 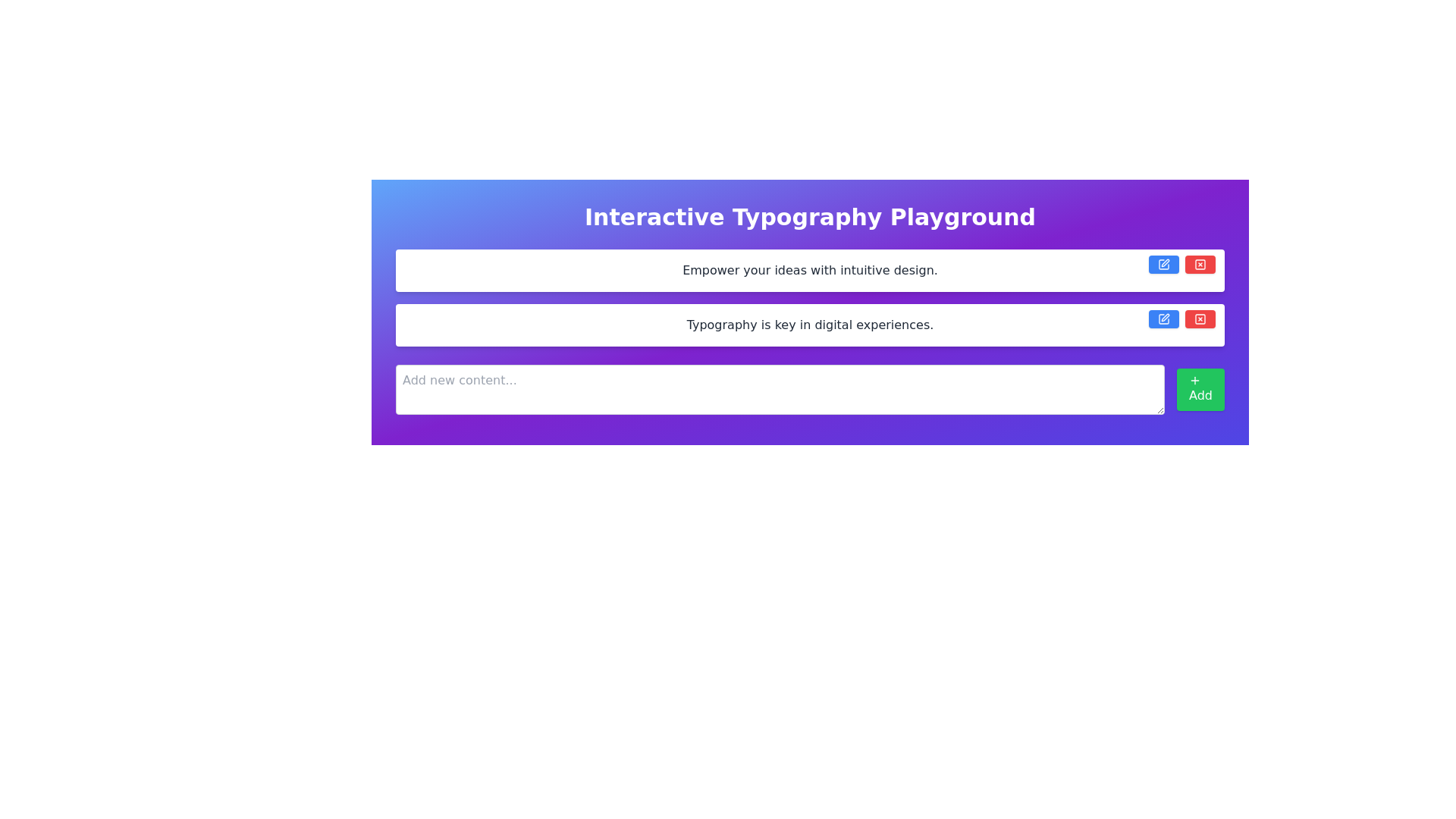 I want to click on the delete or close action icon located inside the red button, so click(x=1200, y=263).